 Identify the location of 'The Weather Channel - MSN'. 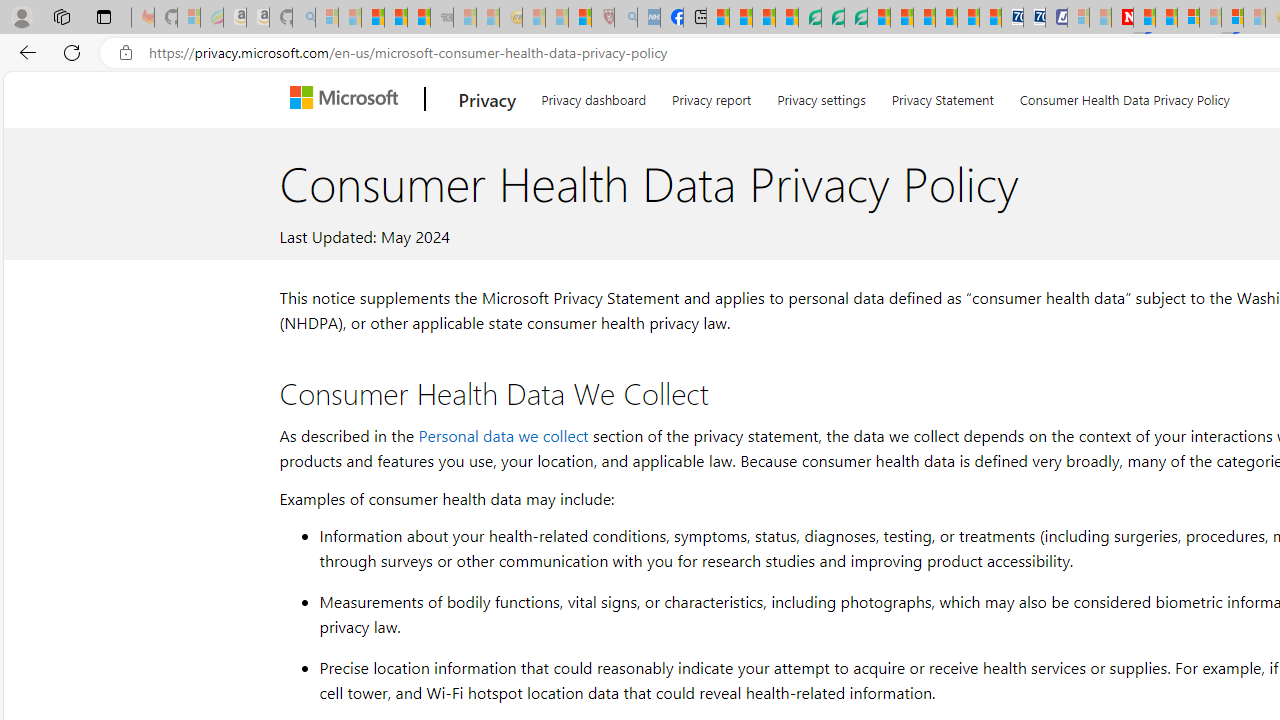
(373, 17).